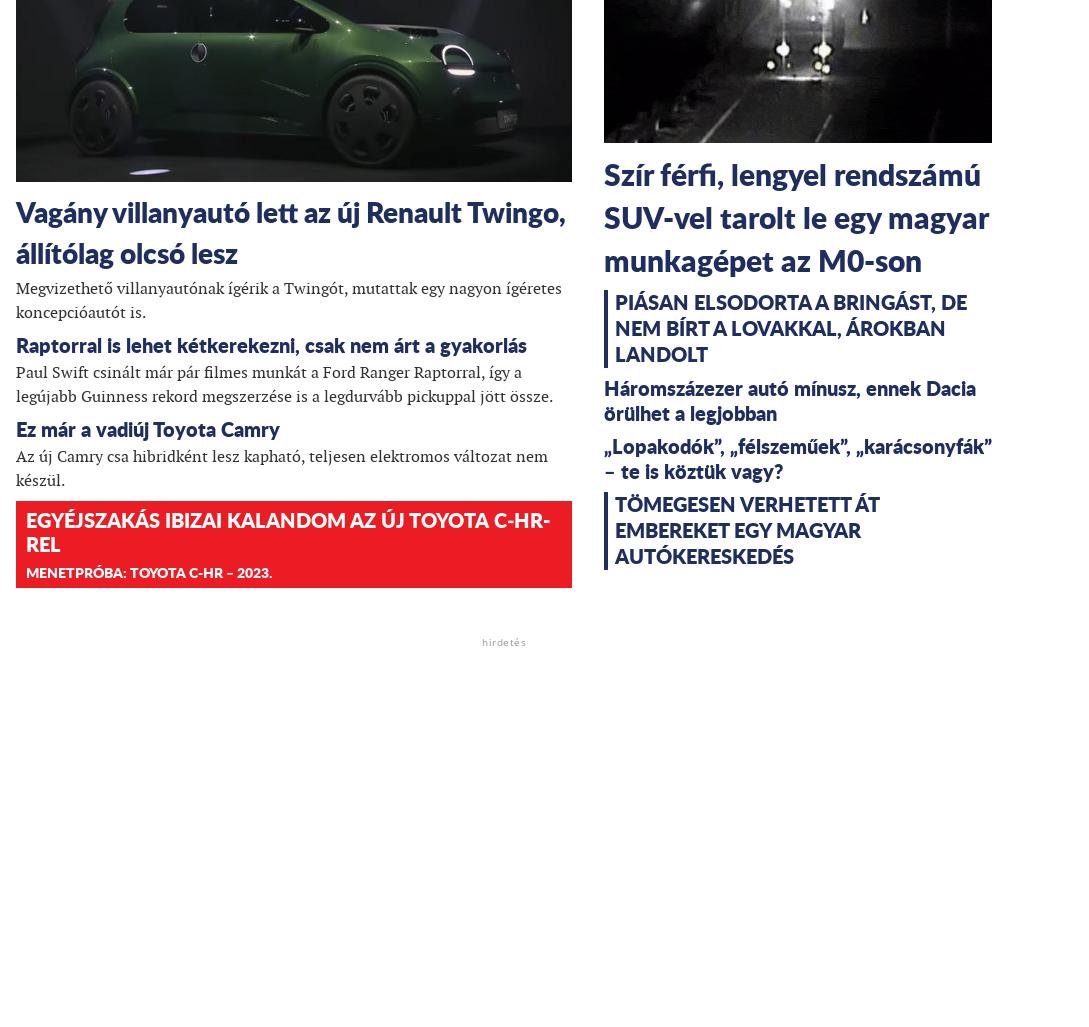 The width and height of the screenshot is (1089, 1027). Describe the element at coordinates (283, 383) in the screenshot. I see `'Paul Swift csinált már pár filmes munkát a Ford Ranger Raptorral, így a legújabb Guinness rekord megszerzése is a legdurvább pickuppal jött össze.'` at that location.